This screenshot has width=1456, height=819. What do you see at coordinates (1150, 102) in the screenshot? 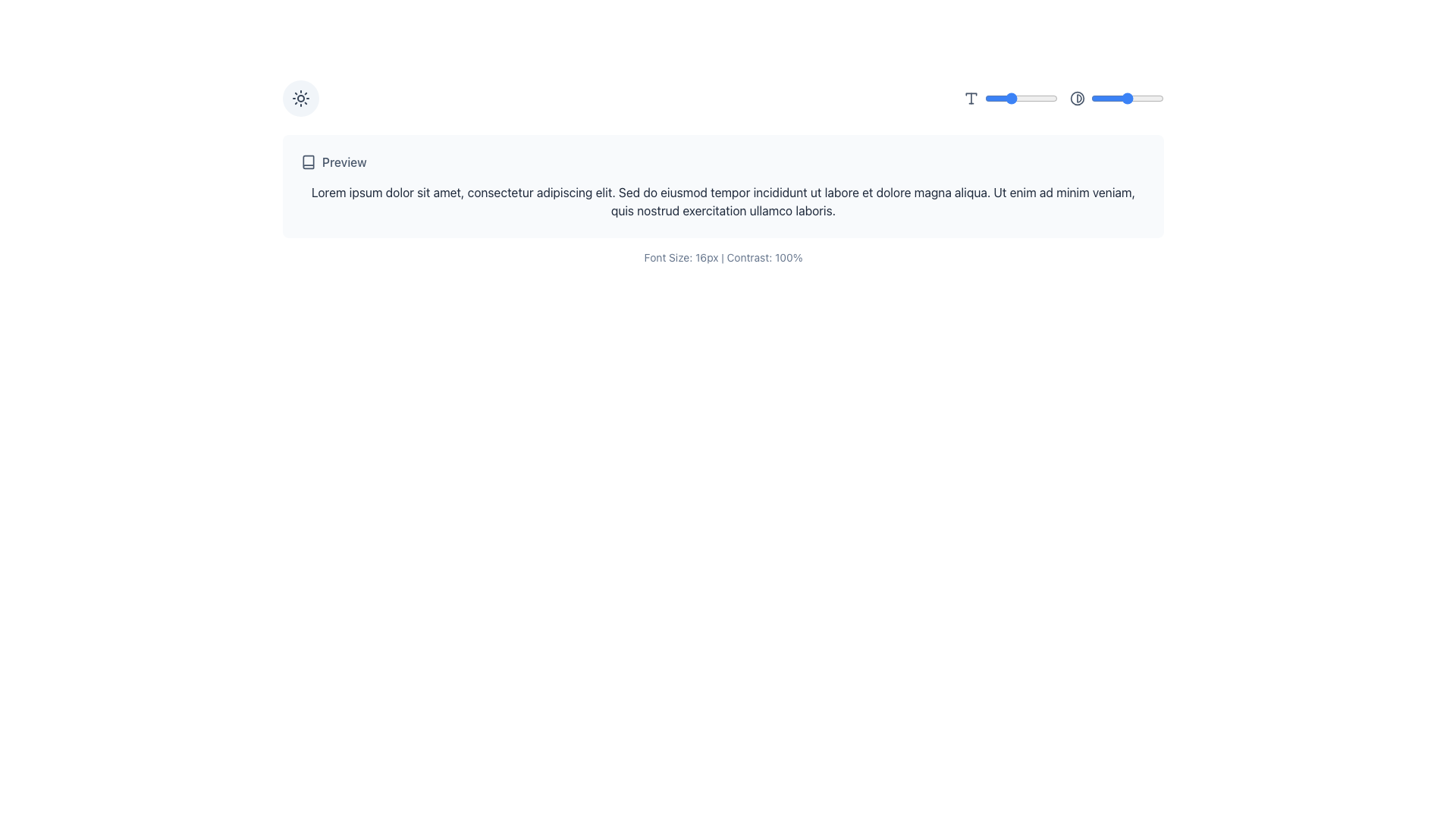
I see `the small gray eye icon located in the upper right corner of the UI` at bounding box center [1150, 102].